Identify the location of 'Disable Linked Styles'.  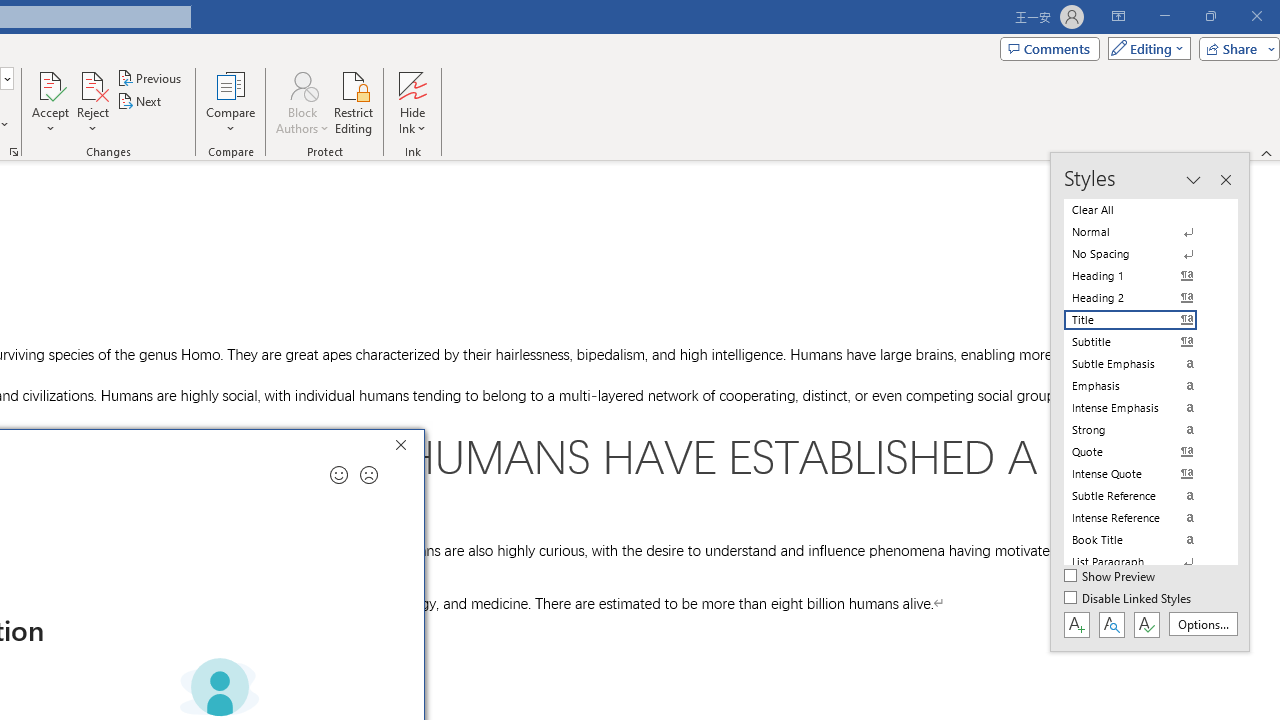
(1129, 598).